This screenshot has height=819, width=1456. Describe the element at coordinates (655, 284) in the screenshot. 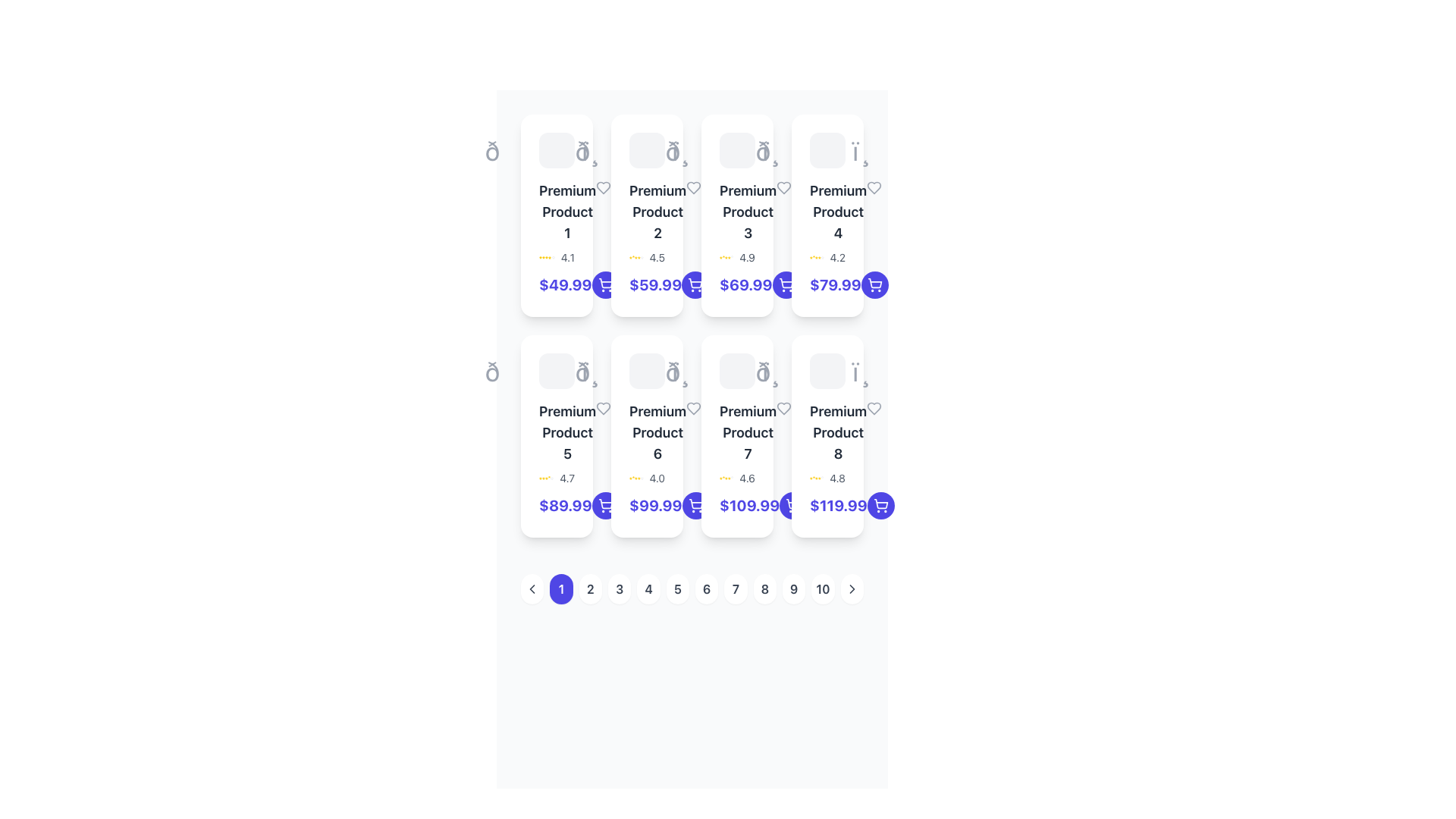

I see `price text '$59.99' displayed in bold, large indigo font within the second product card in the top row of the grid layout` at that location.